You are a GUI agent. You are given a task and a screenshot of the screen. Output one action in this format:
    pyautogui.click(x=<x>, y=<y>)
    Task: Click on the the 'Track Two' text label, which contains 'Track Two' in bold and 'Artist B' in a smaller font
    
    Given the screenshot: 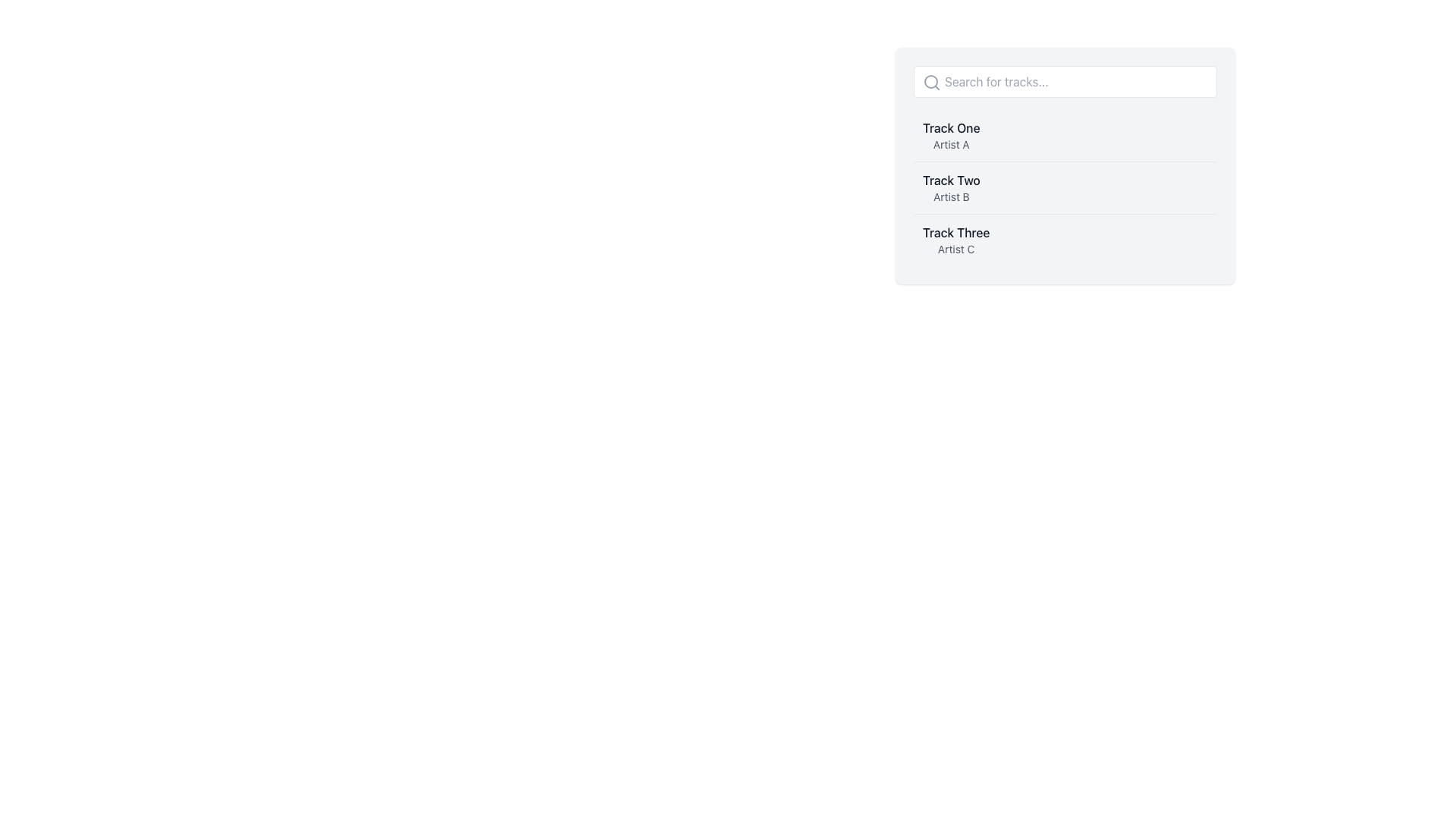 What is the action you would take?
    pyautogui.click(x=950, y=187)
    